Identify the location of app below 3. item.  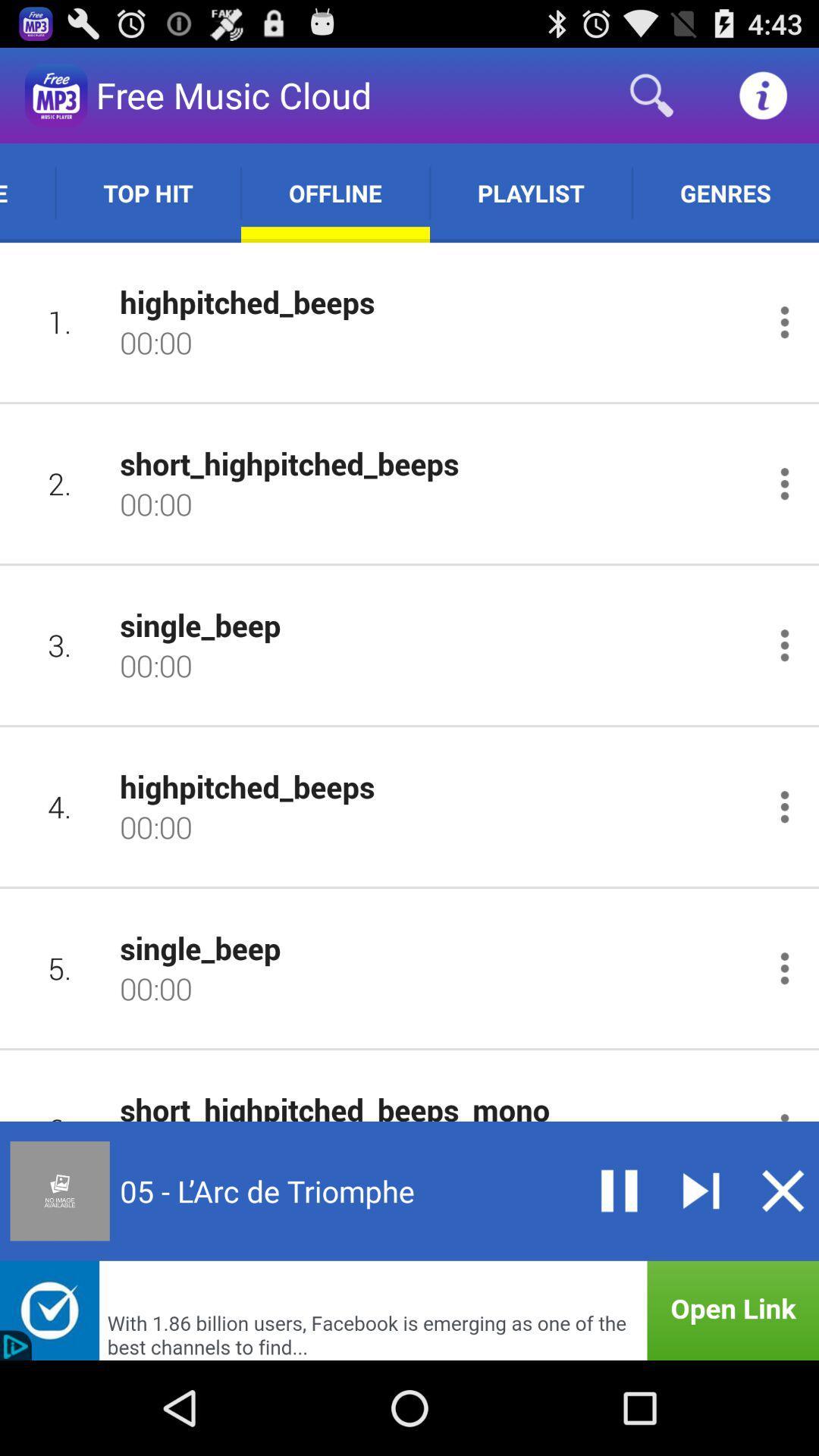
(59, 805).